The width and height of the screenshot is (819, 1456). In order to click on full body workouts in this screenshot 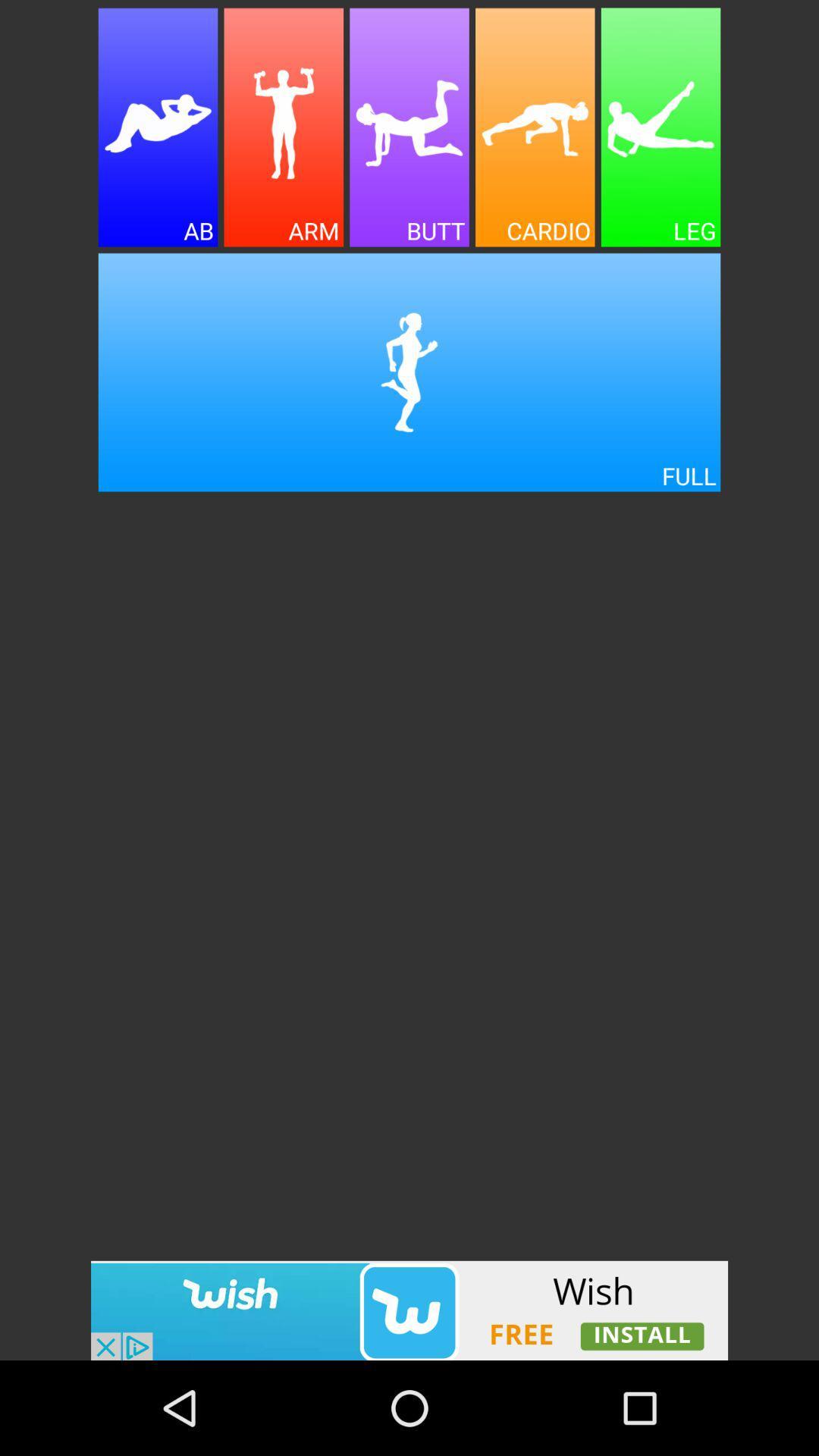, I will do `click(409, 372)`.